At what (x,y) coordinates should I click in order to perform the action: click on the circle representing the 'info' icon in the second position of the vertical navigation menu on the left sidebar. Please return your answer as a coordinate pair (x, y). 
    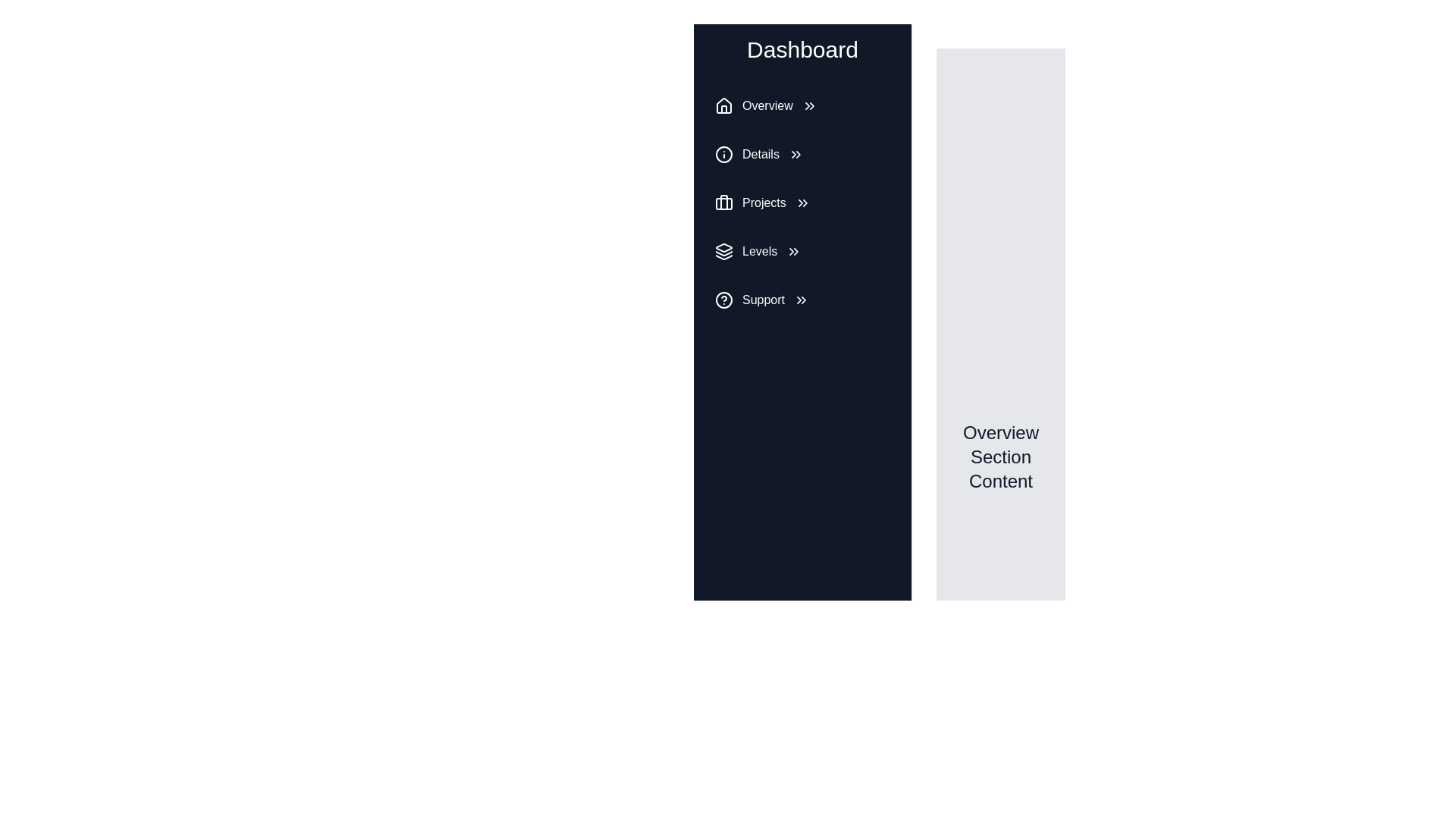
    Looking at the image, I should click on (723, 155).